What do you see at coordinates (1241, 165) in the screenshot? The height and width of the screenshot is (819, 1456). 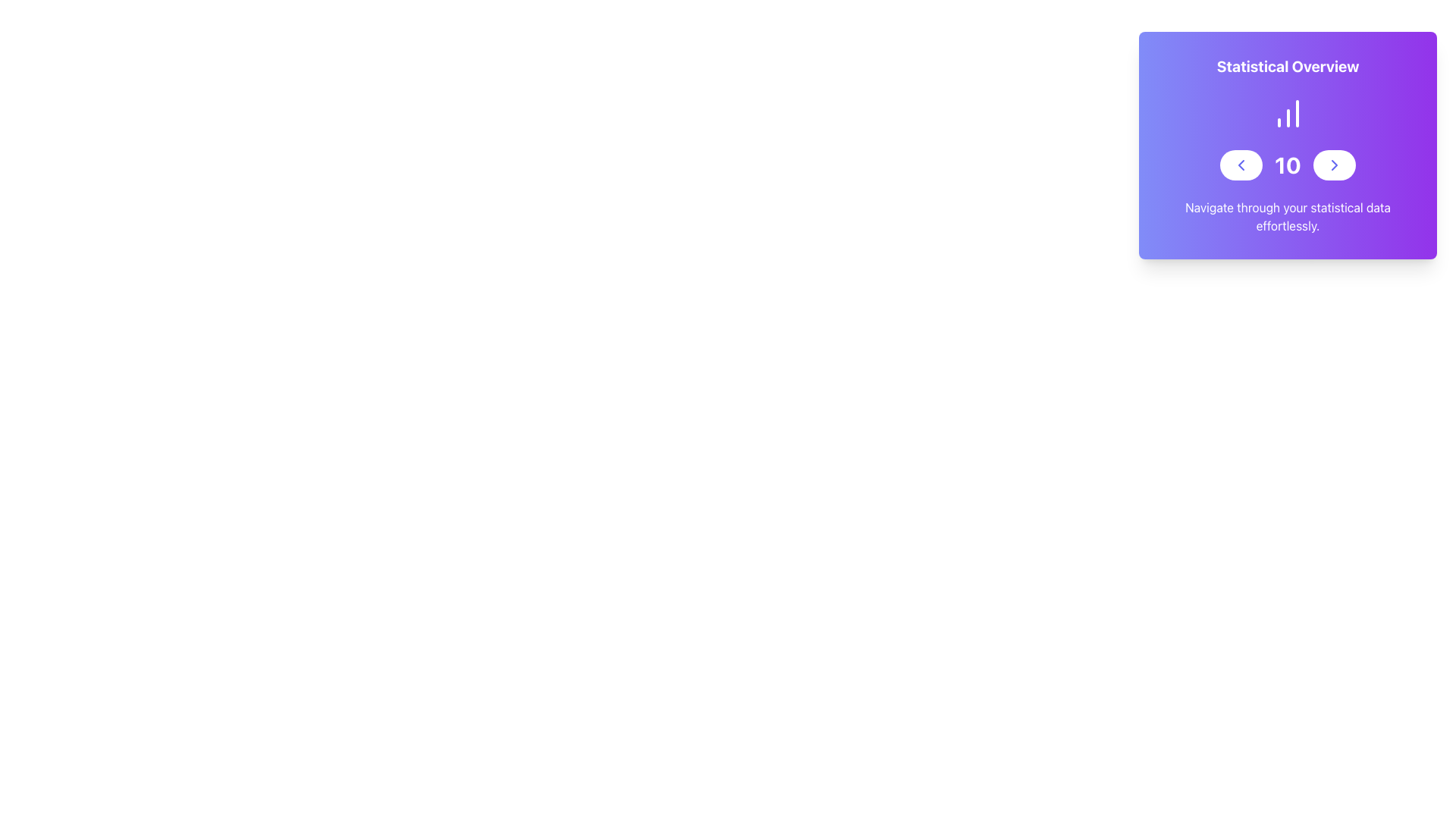 I see `the chevron-left icon embedded within the button interface on the left side of the 'Statistical Overview' card` at bounding box center [1241, 165].